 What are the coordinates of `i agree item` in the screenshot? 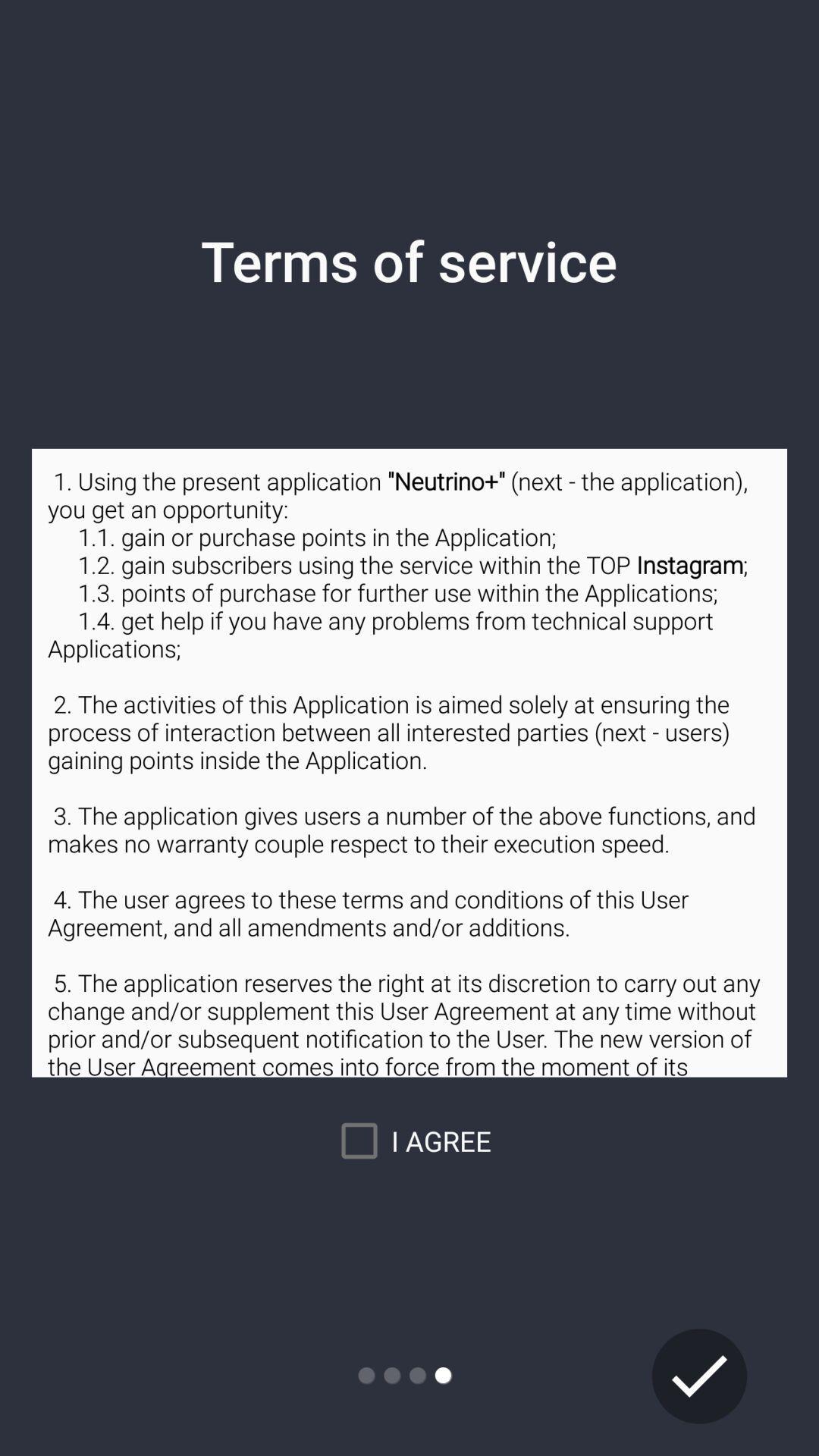 It's located at (409, 1141).